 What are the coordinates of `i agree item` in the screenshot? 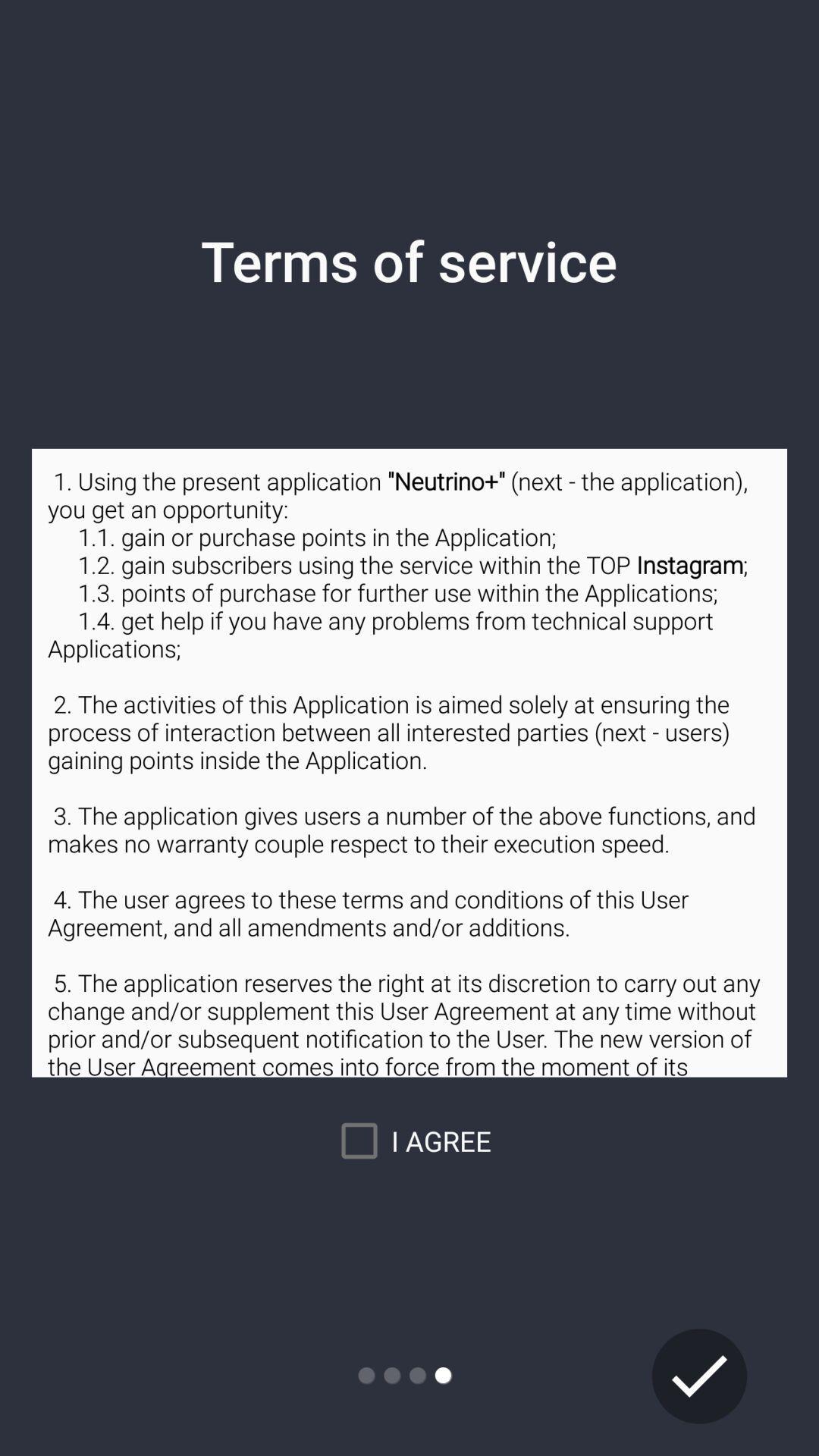 It's located at (409, 1141).